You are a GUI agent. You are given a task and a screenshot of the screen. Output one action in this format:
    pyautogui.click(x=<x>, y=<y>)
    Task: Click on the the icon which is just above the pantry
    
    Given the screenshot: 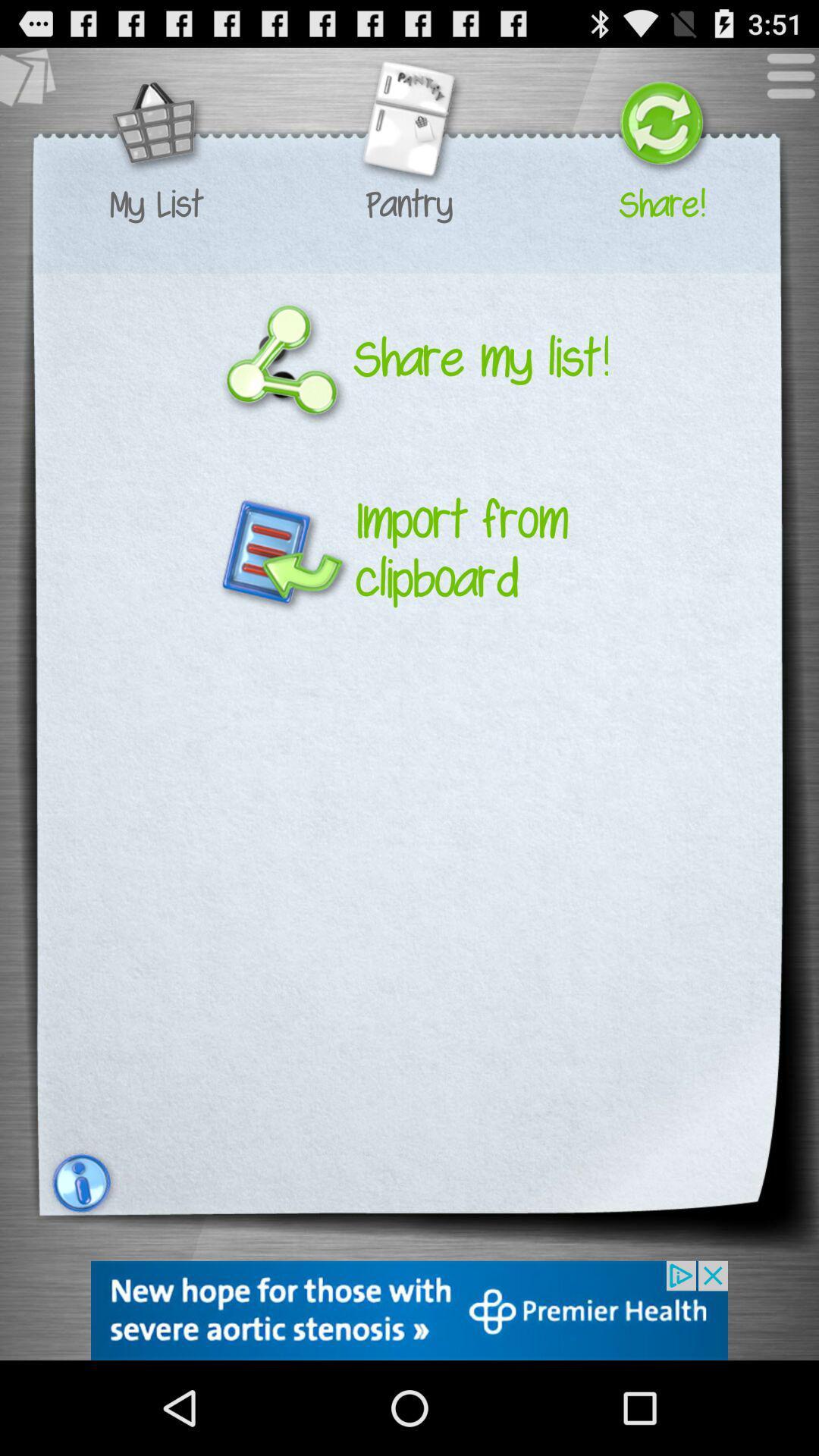 What is the action you would take?
    pyautogui.click(x=408, y=126)
    